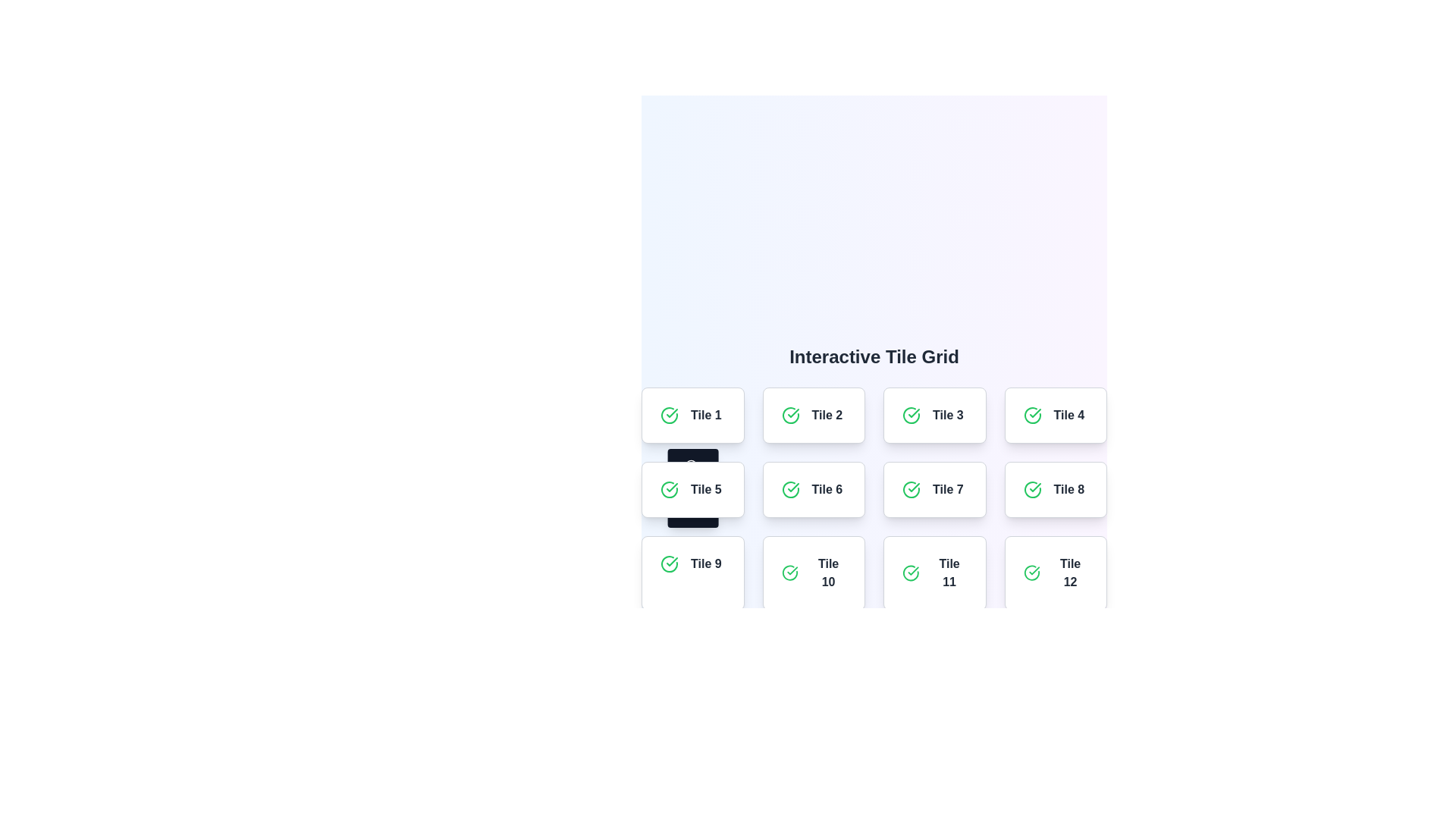  Describe the element at coordinates (813, 573) in the screenshot. I see `the element containing the text 'Tile 10' styled in bold, which is located` at that location.